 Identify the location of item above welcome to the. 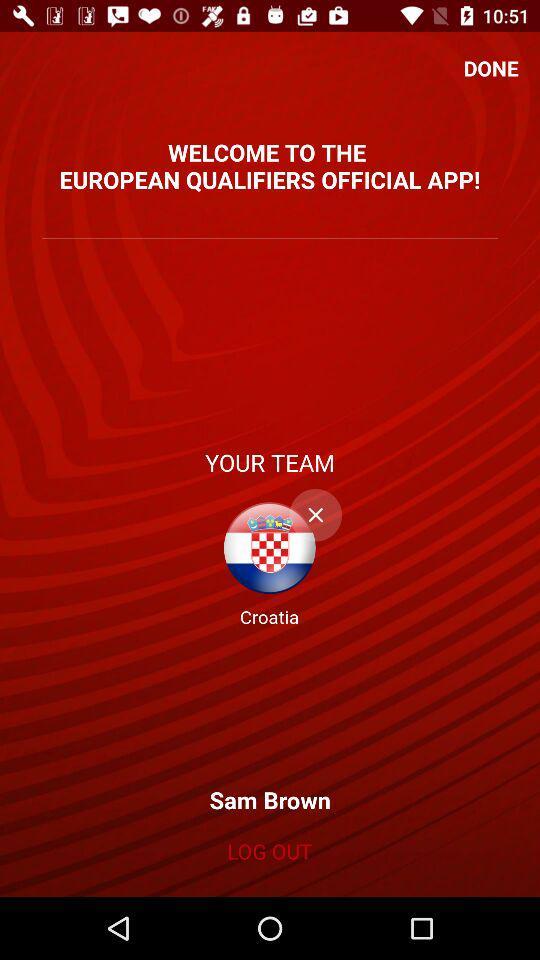
(490, 68).